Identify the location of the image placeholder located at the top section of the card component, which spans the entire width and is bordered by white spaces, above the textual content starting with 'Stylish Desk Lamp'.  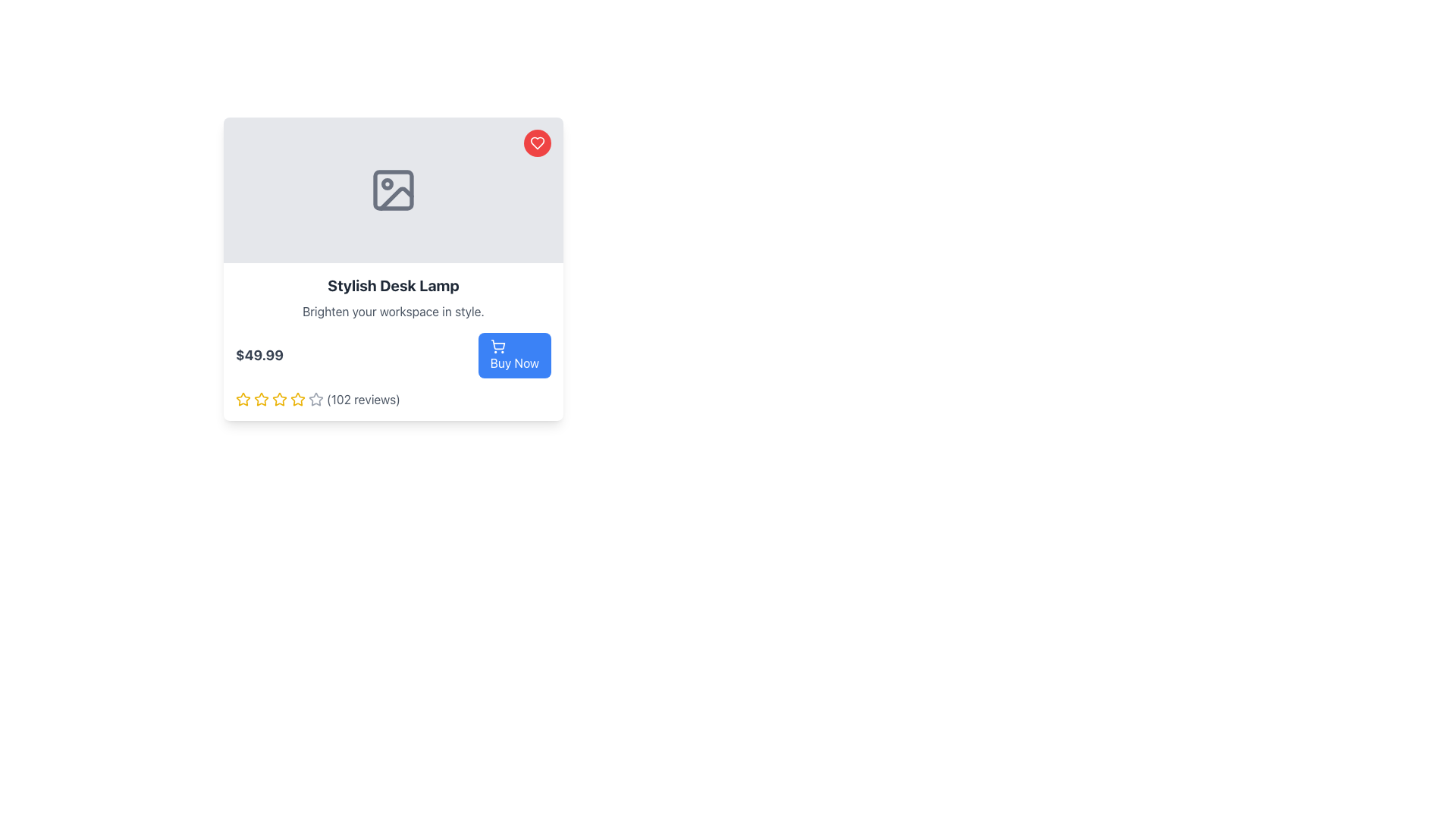
(393, 189).